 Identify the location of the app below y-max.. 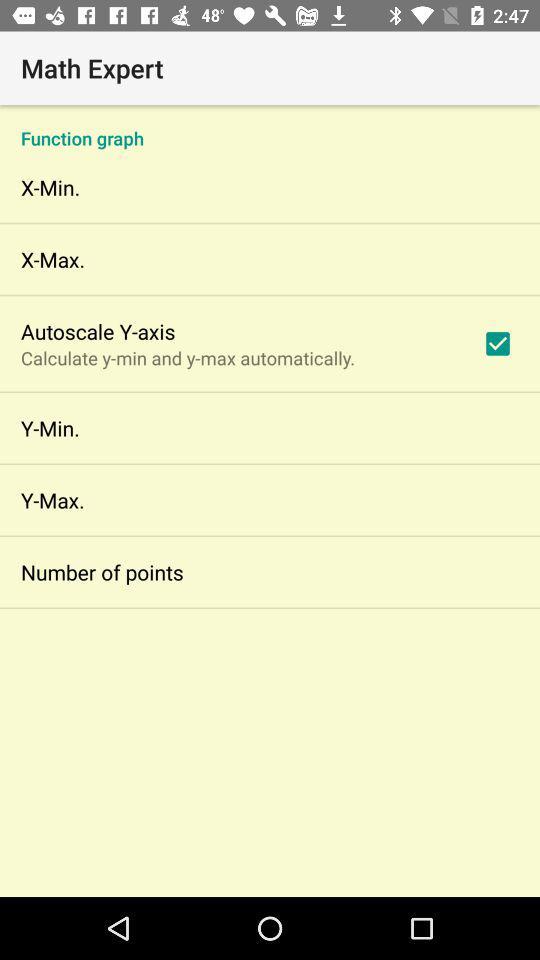
(102, 572).